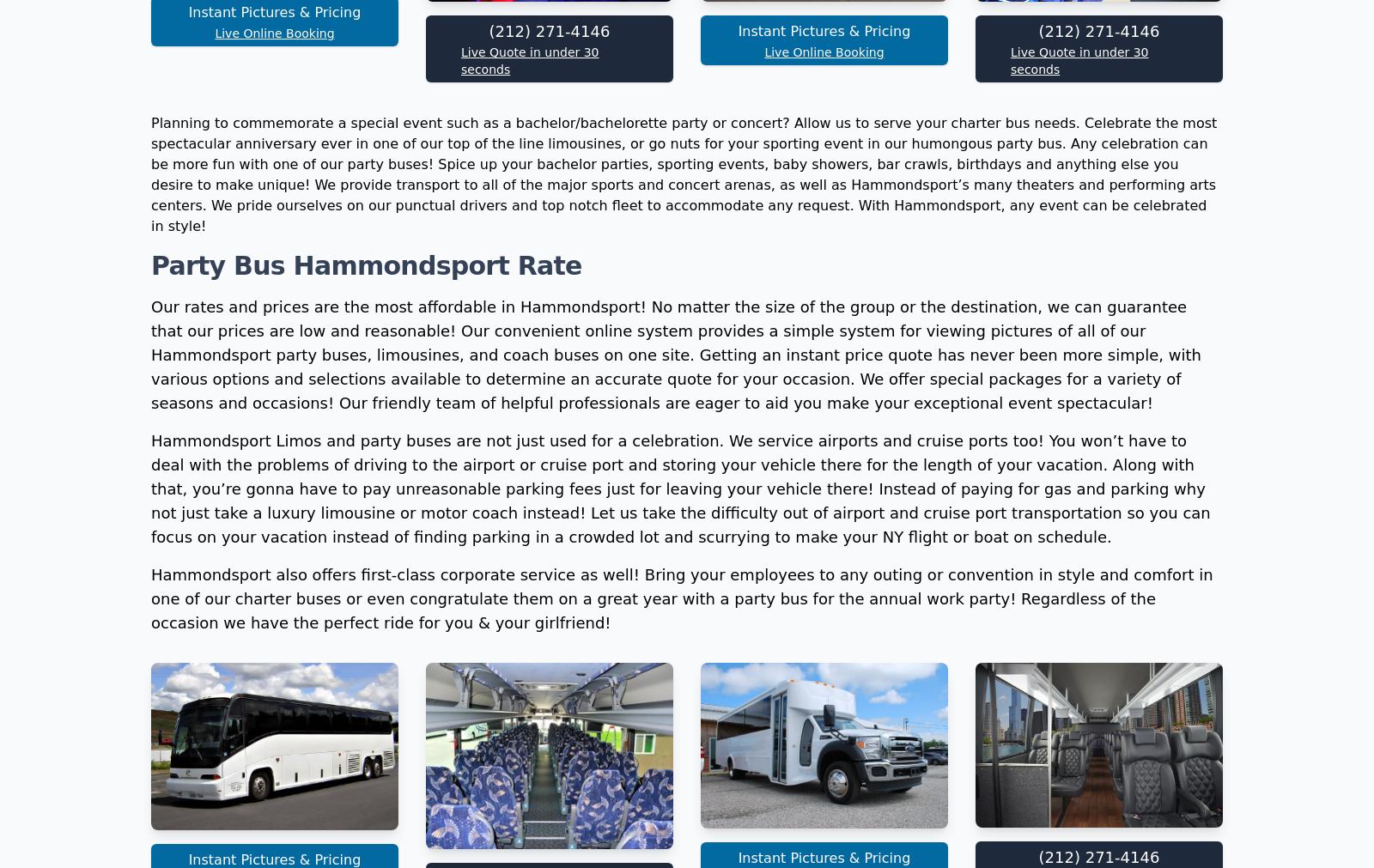  Describe the element at coordinates (150, 583) in the screenshot. I see `'Our rates and prices are the most affordable in Hammondsport! No matter the size of the group or the destination, we can guarantee that our prices are low and reasonable! Our convenient online system provides a simple system for viewing pictures of all of our Hammondsport party buses, limousines, and coach buses on one site. Getting an instant price quote has never been more simple, with various options and selections available to determine an accurate quote for your occasion. We offer special packages for a variety of seasons and occasions! Our friendly team of helpful professionals are eager to aid you make your exceptional event spectacular!'` at that location.